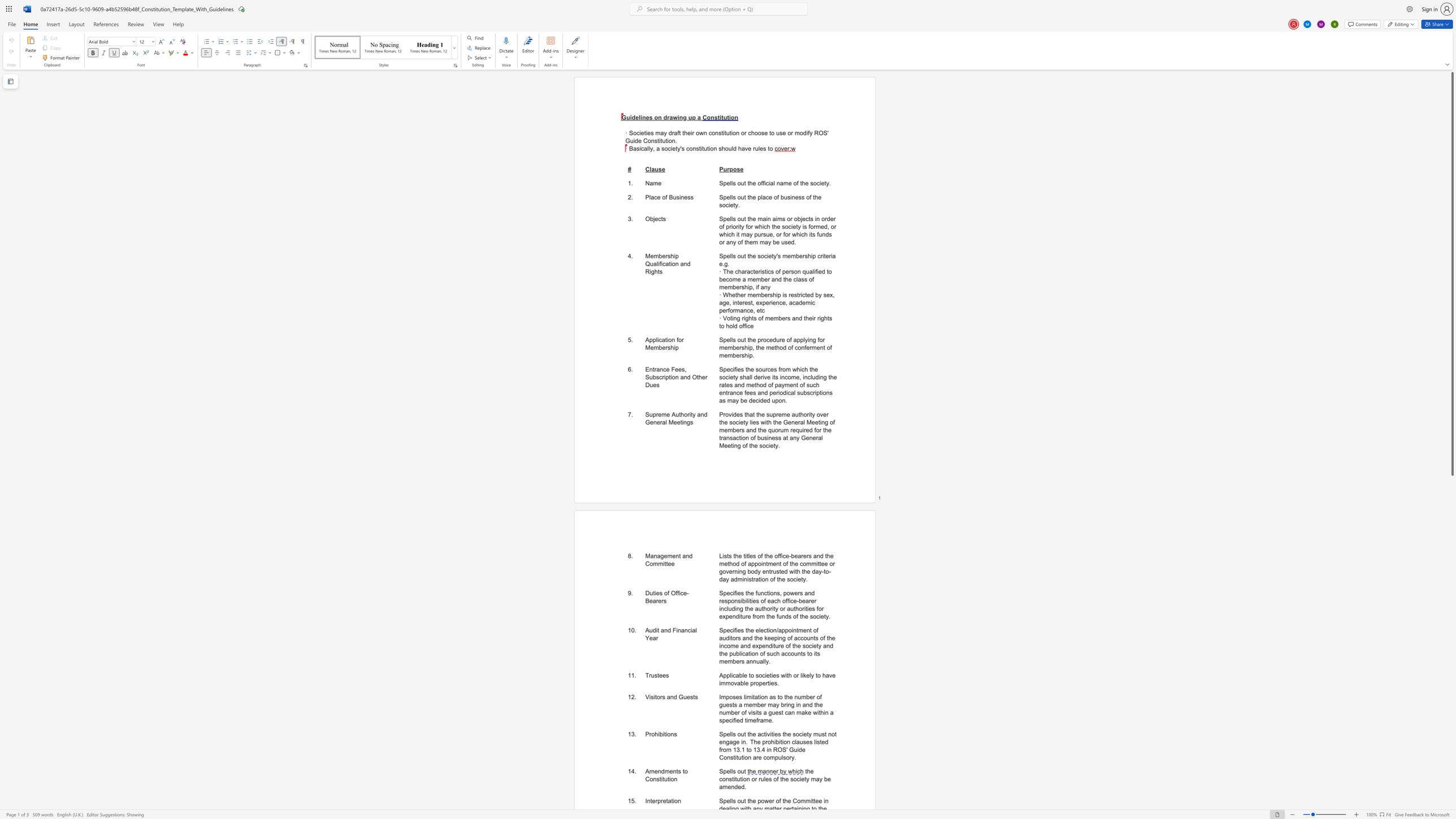  What do you see at coordinates (657, 770) in the screenshot?
I see `the subset text "ndments to Con" within the text "Amendments to Constitution"` at bounding box center [657, 770].